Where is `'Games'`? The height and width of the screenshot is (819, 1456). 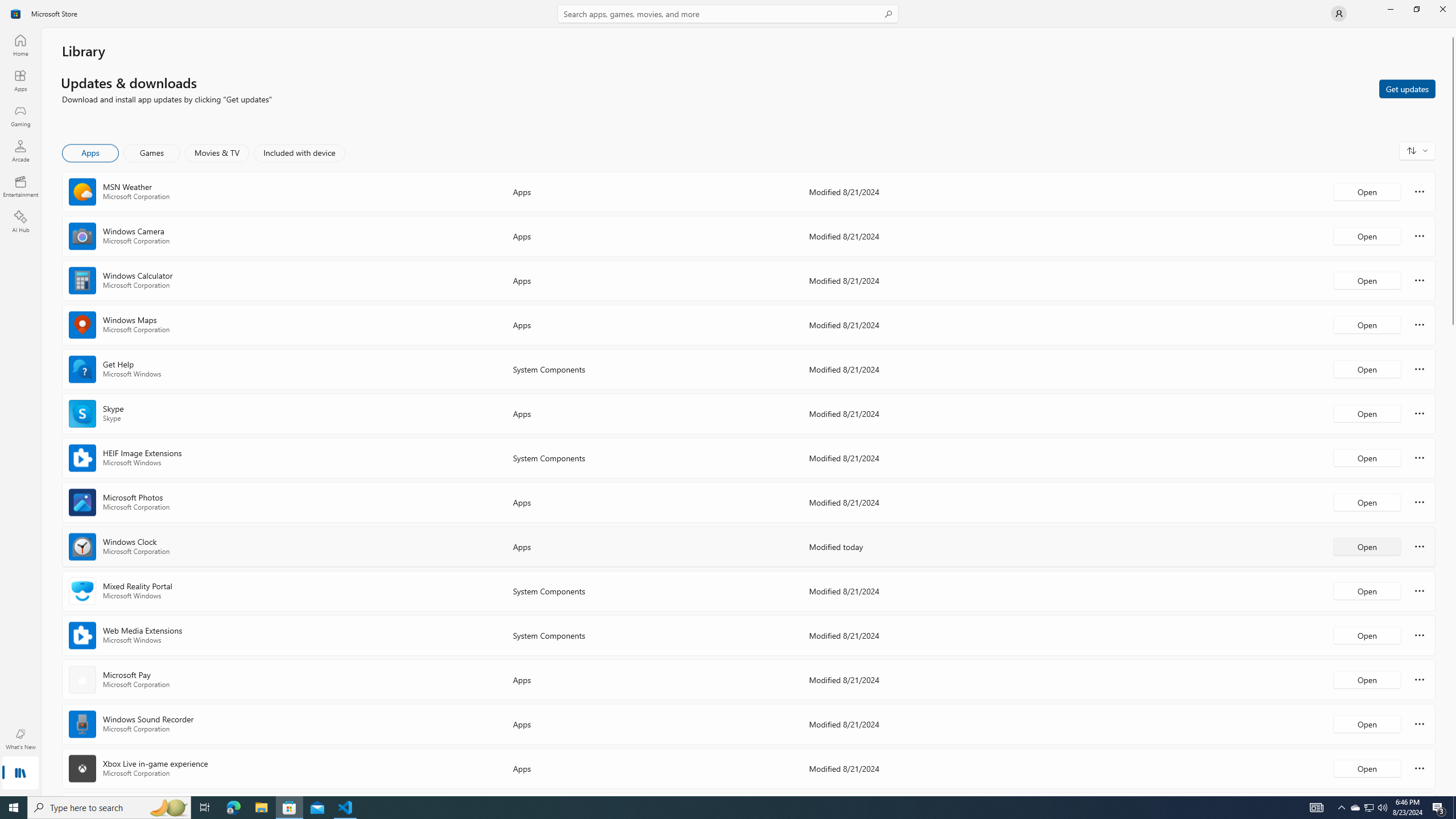 'Games' is located at coordinates (151, 152).